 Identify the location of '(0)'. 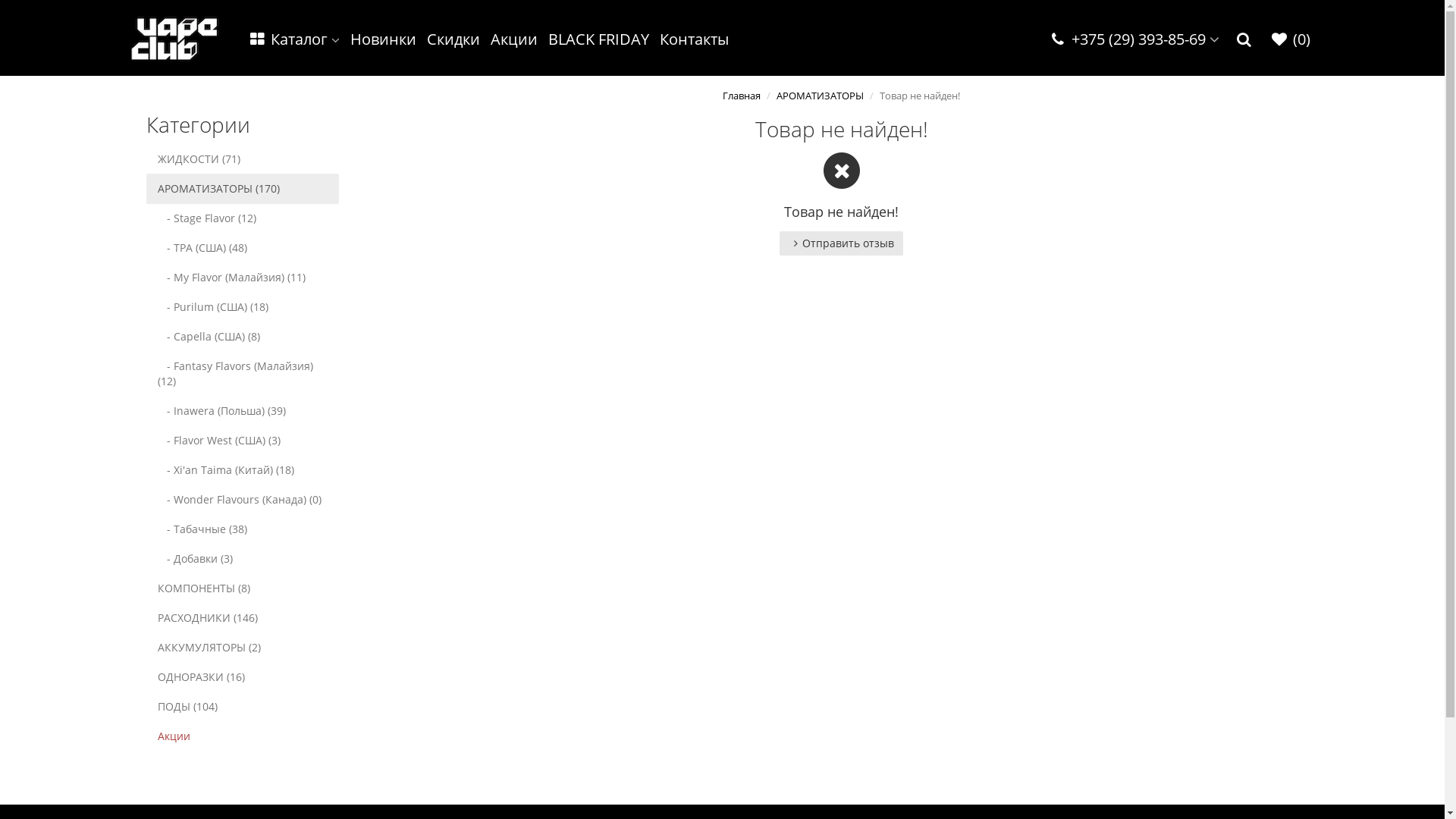
(1288, 39).